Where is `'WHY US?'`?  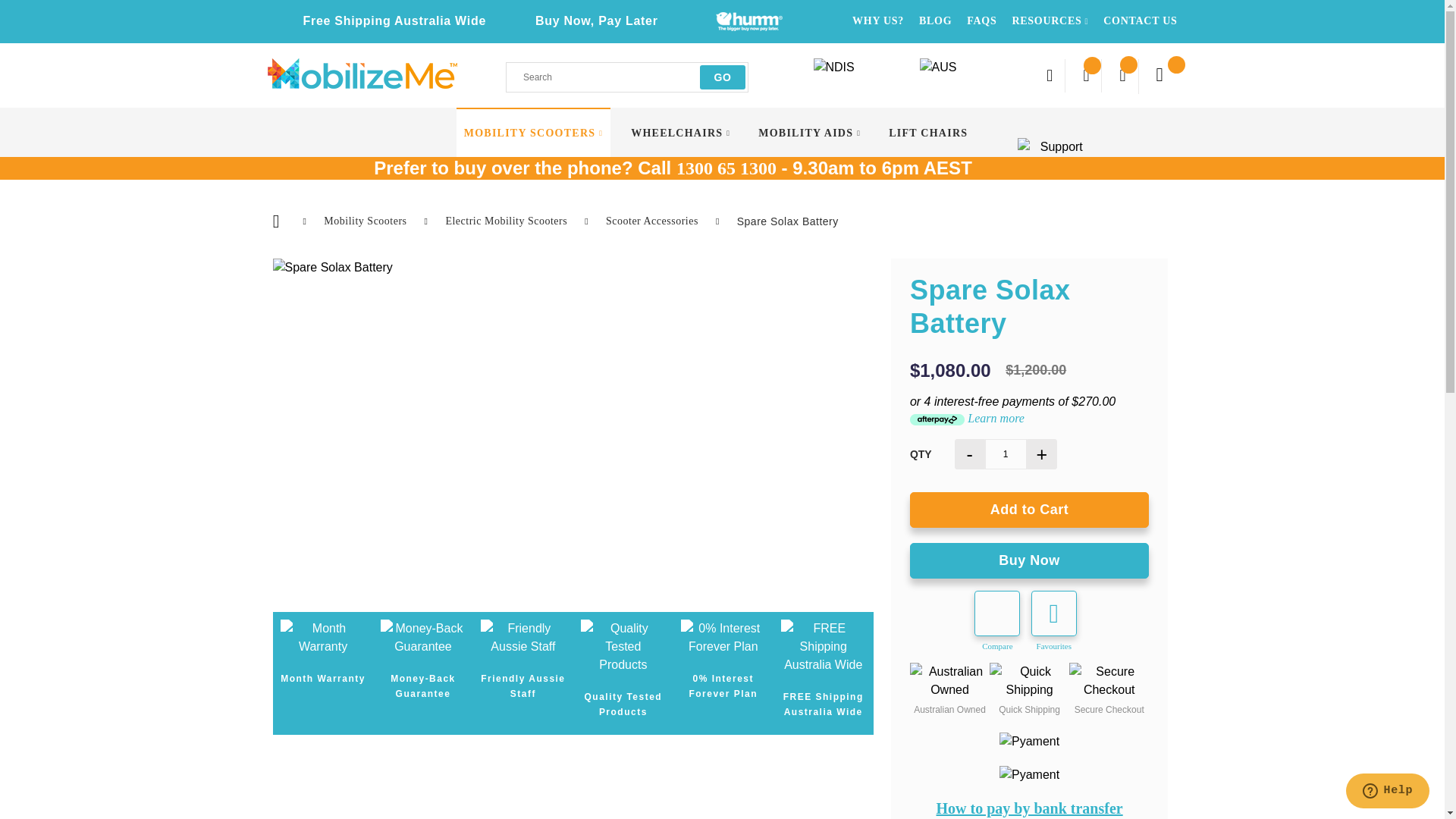
'WHY US?' is located at coordinates (877, 20).